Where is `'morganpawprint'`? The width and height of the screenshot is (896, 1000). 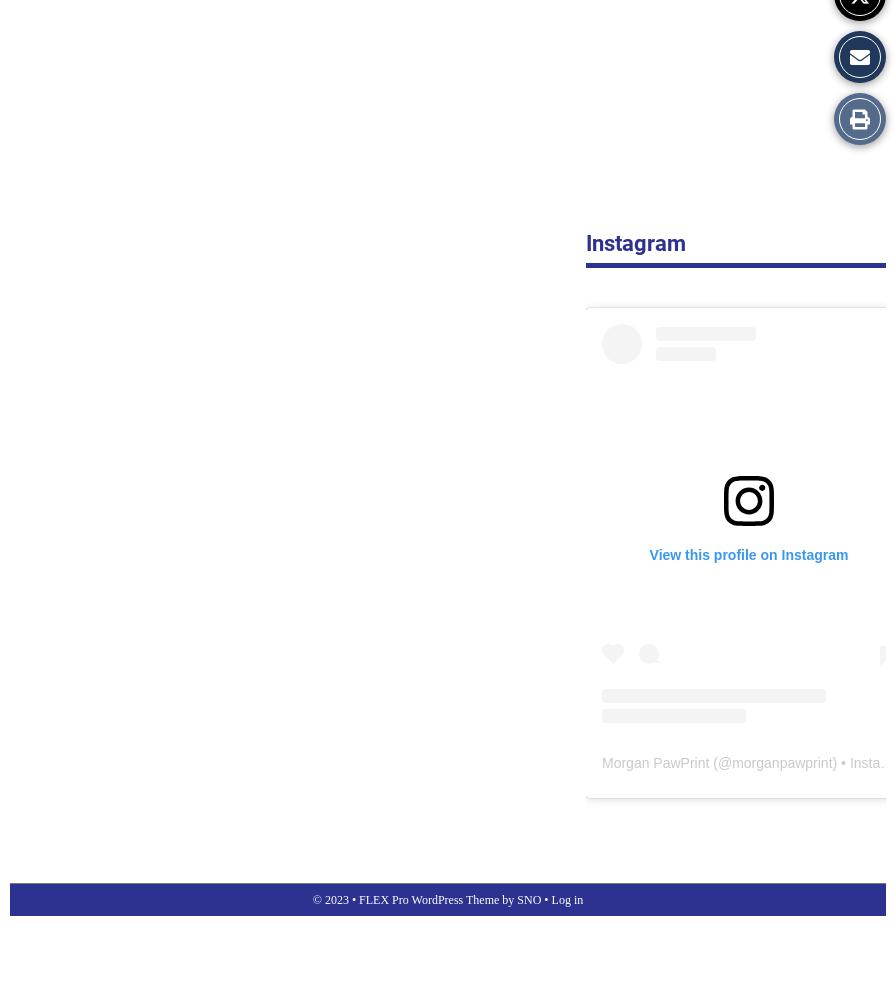 'morganpawprint' is located at coordinates (732, 762).